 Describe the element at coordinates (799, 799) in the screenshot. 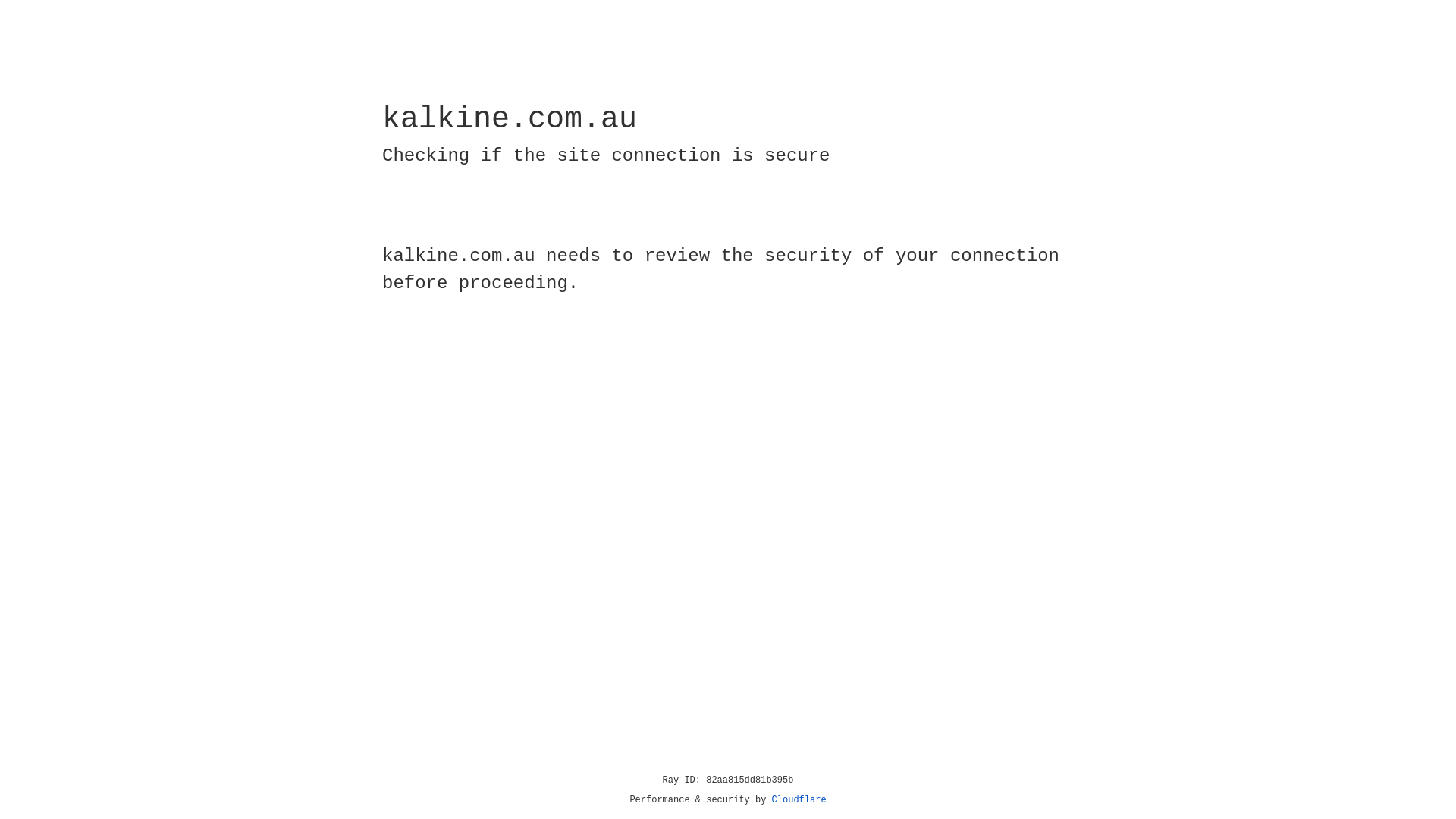

I see `'Cloudflare'` at that location.